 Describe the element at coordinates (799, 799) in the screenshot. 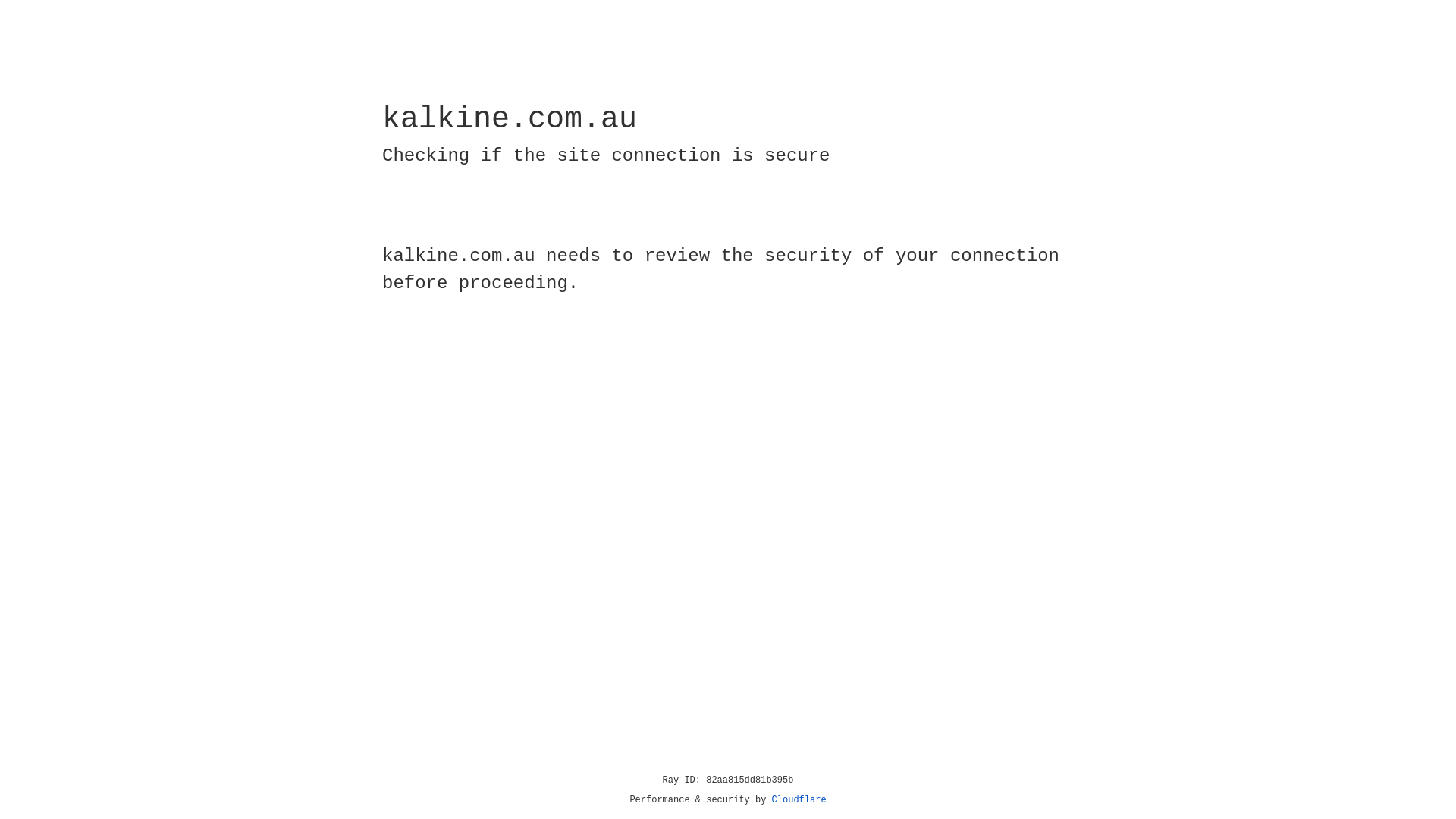

I see `'Cloudflare'` at that location.